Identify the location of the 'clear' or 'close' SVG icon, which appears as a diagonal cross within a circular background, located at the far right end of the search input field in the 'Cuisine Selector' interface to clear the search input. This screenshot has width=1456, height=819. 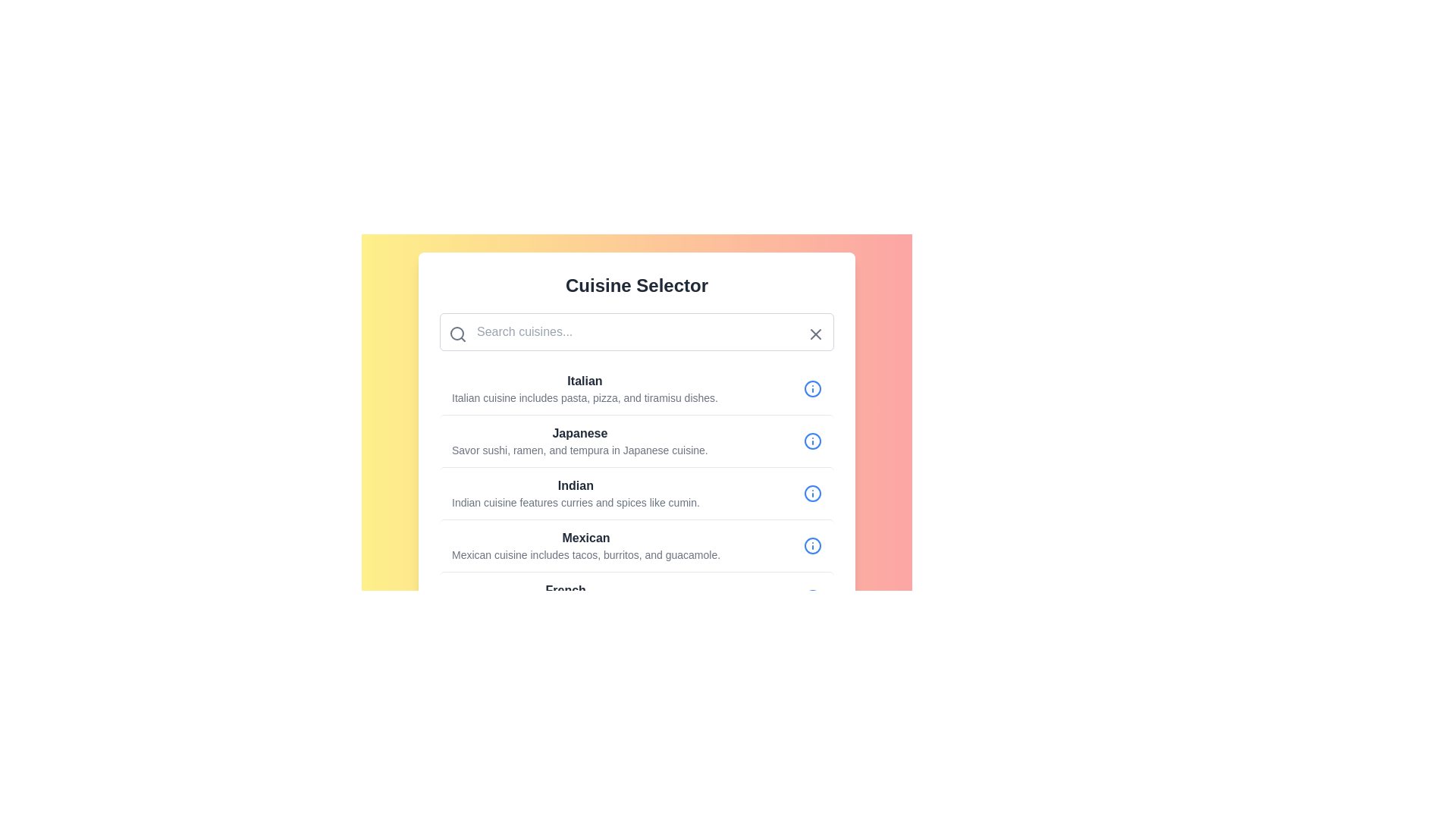
(814, 333).